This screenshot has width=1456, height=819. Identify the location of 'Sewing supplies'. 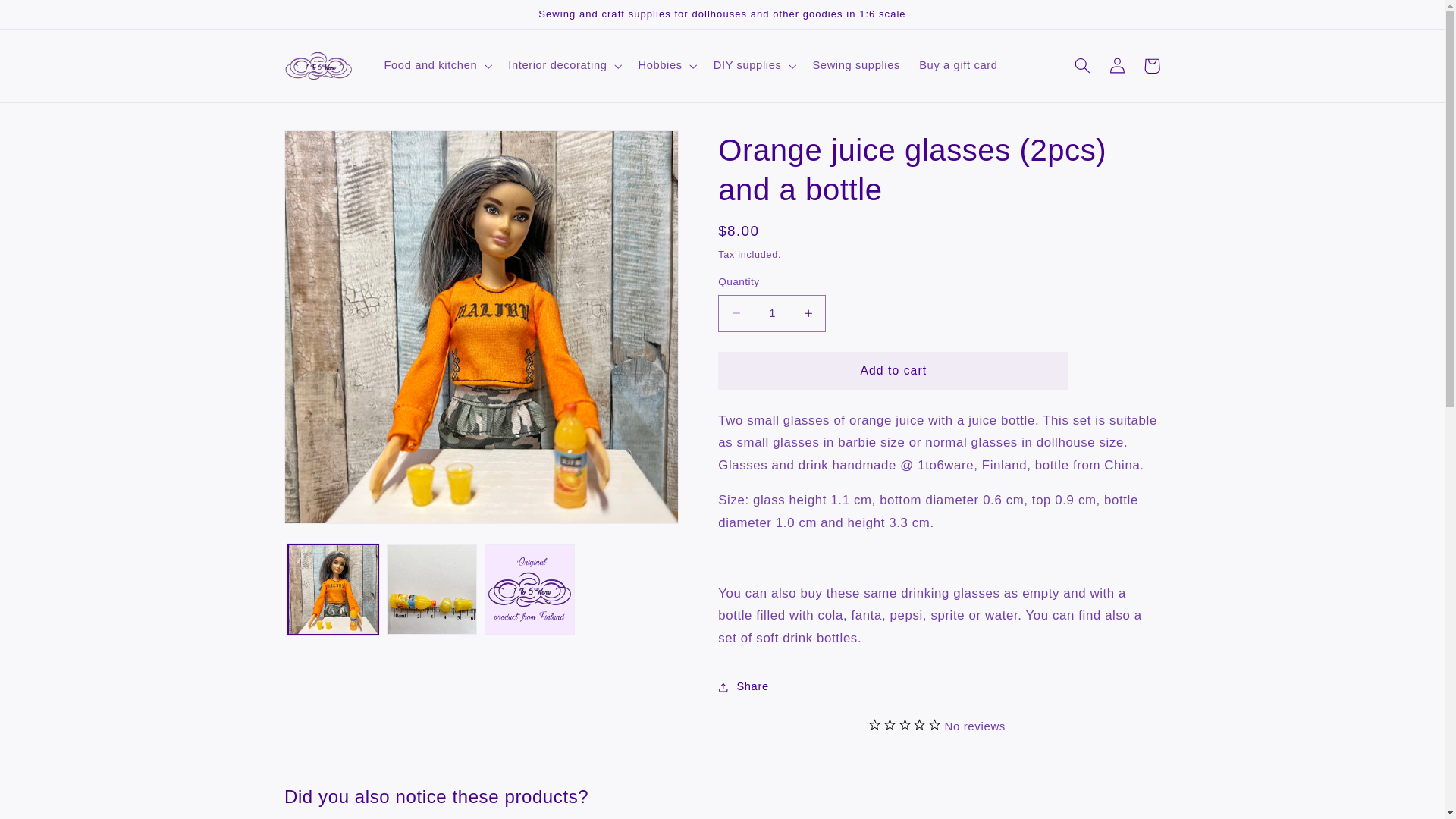
(802, 65).